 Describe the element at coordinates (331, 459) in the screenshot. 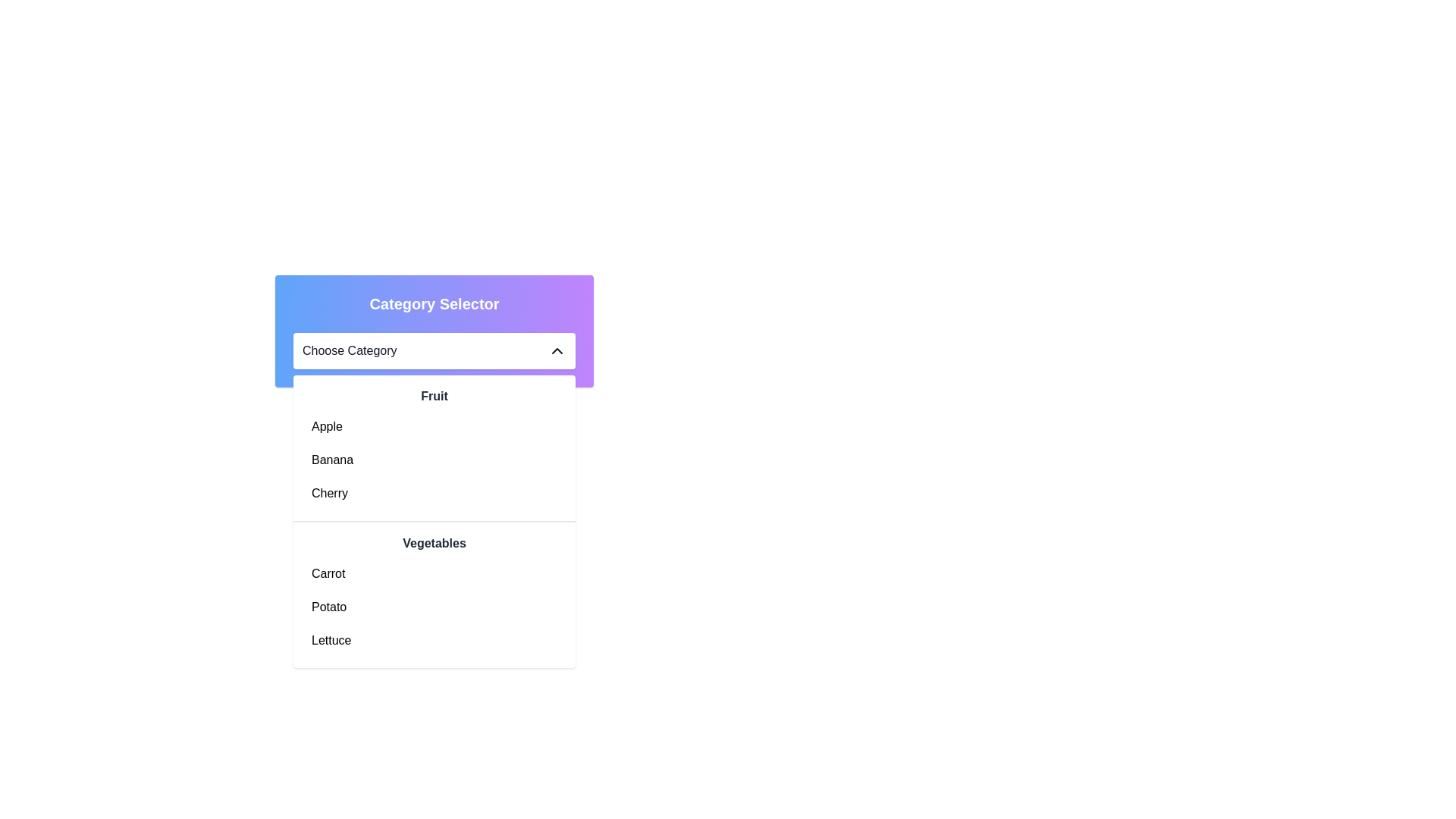

I see `the 'Banana' option in the dropdown menu, which is the second item under the 'Fruit' section, located below 'Apple' and above 'Cherry'` at that location.